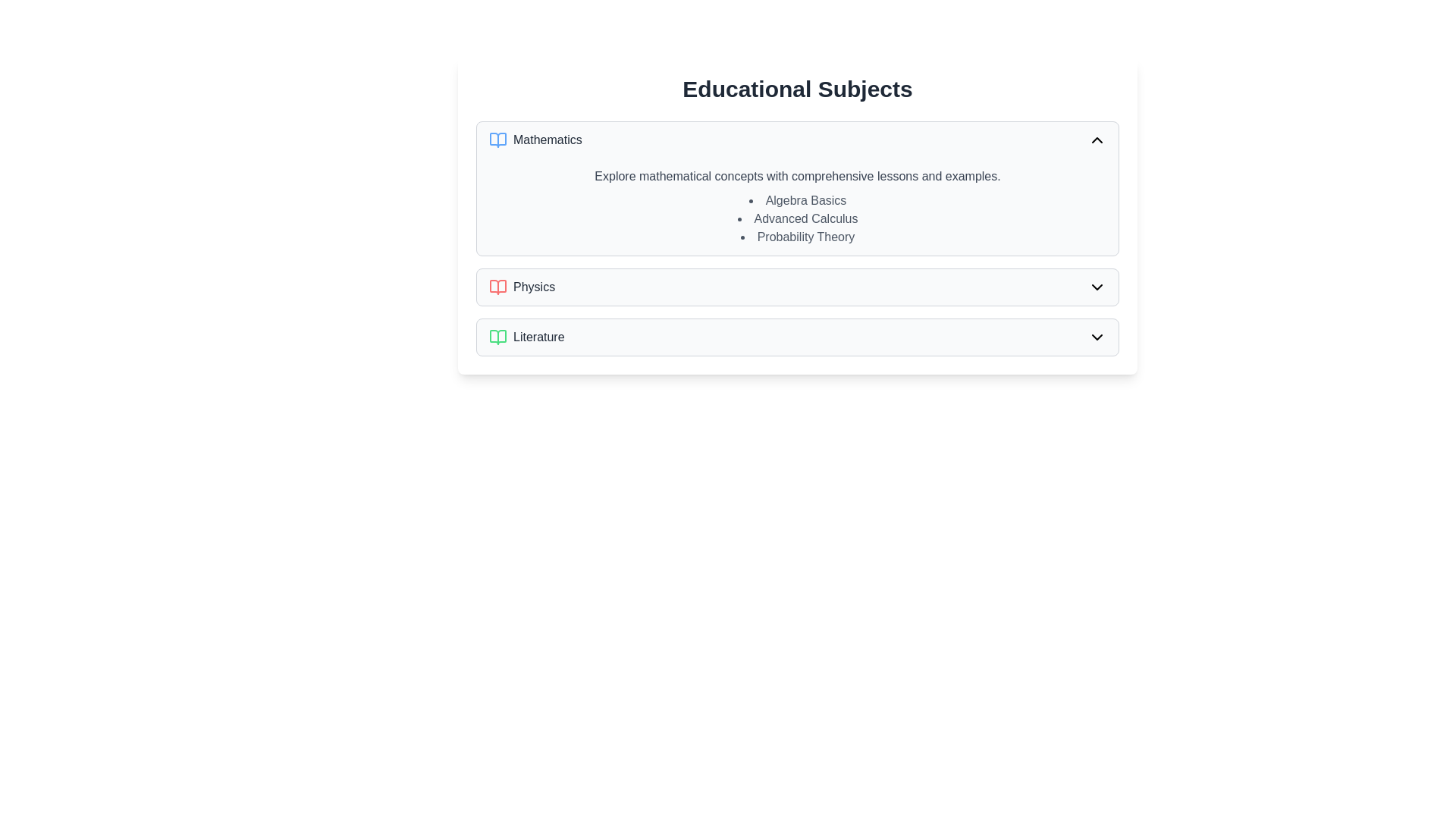  I want to click on the dropdown arrow on the 'Literature' section, so click(796, 336).